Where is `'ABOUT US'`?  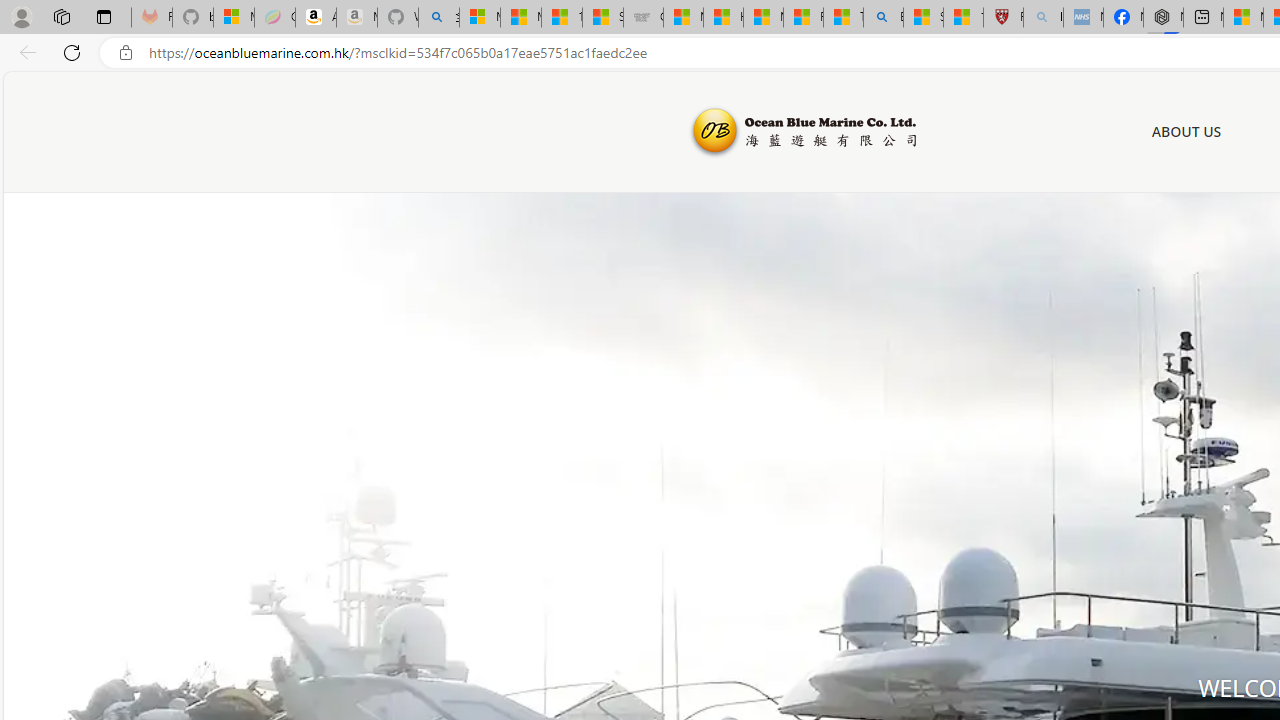
'ABOUT US' is located at coordinates (1186, 131).